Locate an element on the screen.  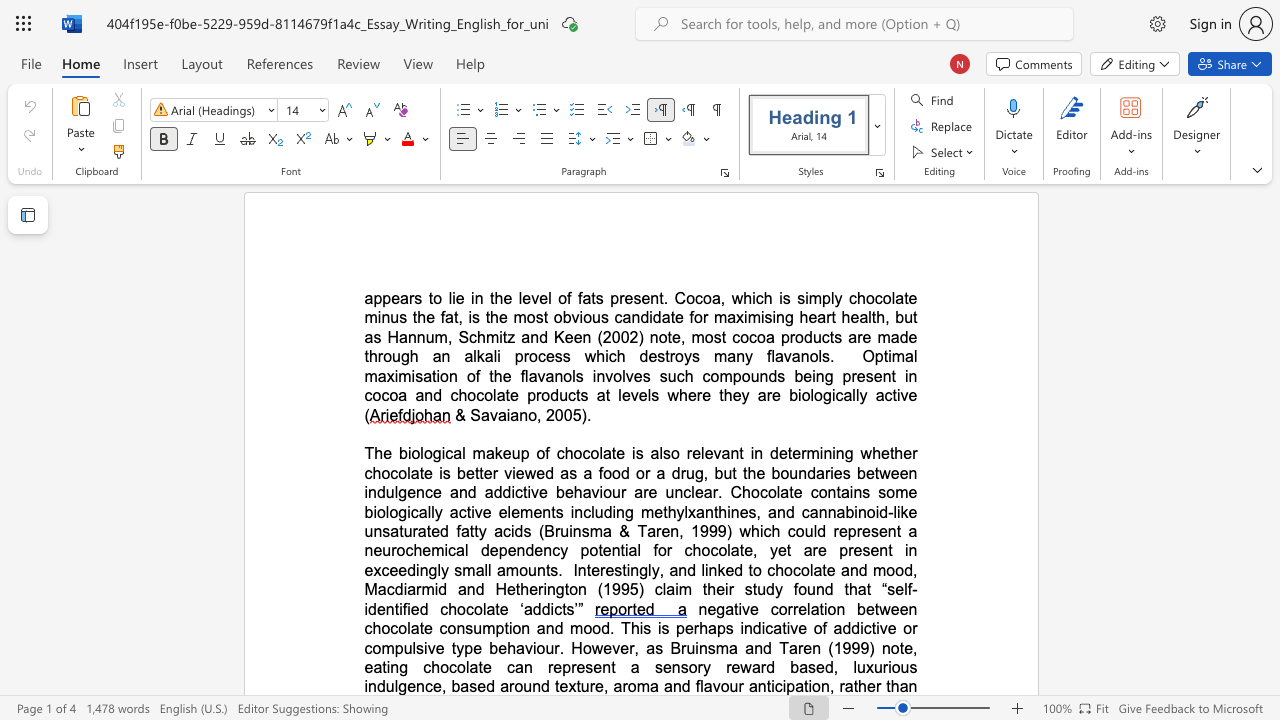
the subset text "ndulgence, based a" within the text "a sensory reward based, luxurious indulgence, based around texture," is located at coordinates (368, 685).